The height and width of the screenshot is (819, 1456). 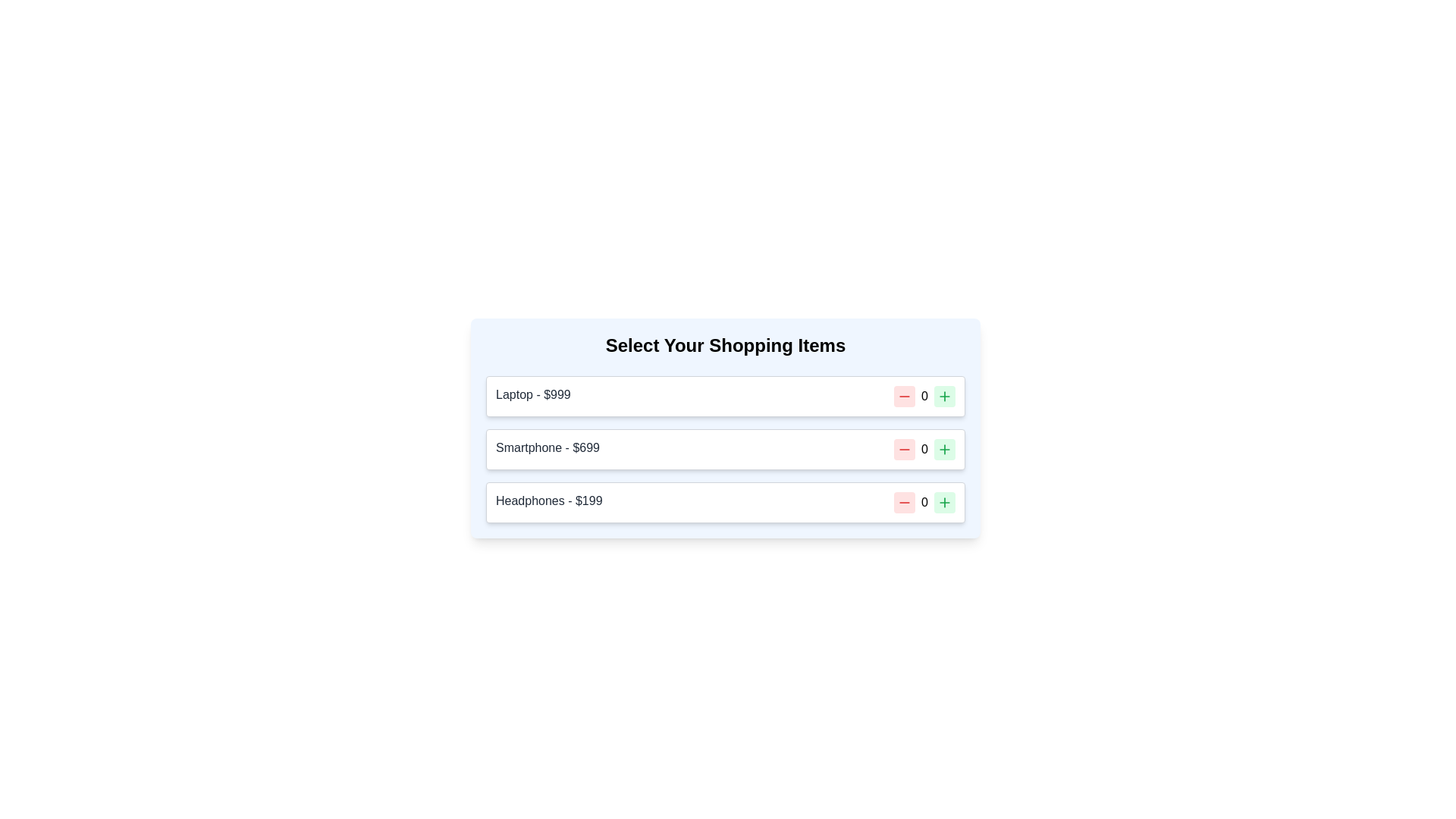 What do you see at coordinates (547, 449) in the screenshot?
I see `the text label displaying the item name and price for the shopping list, located in the second row between 'Laptop - $999' and 'Headphones - $199'` at bounding box center [547, 449].